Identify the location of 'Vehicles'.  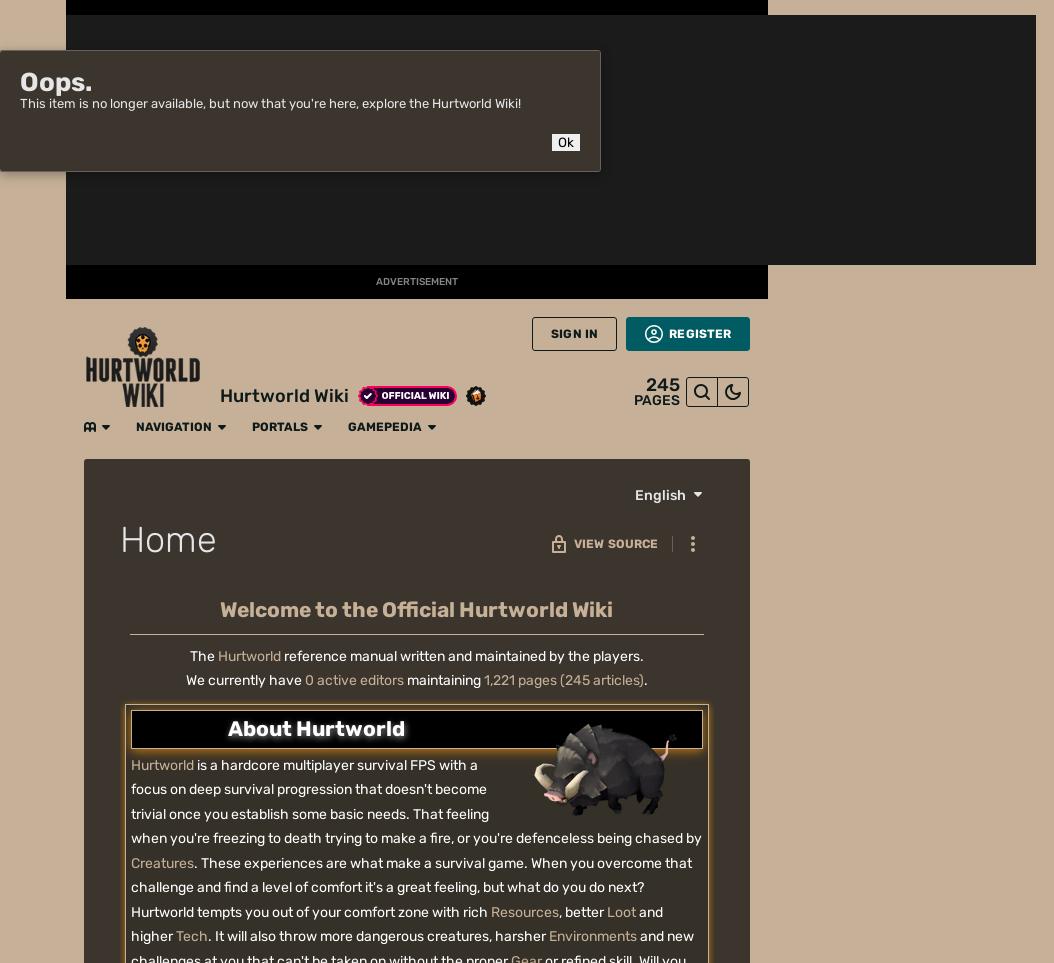
(547, 138).